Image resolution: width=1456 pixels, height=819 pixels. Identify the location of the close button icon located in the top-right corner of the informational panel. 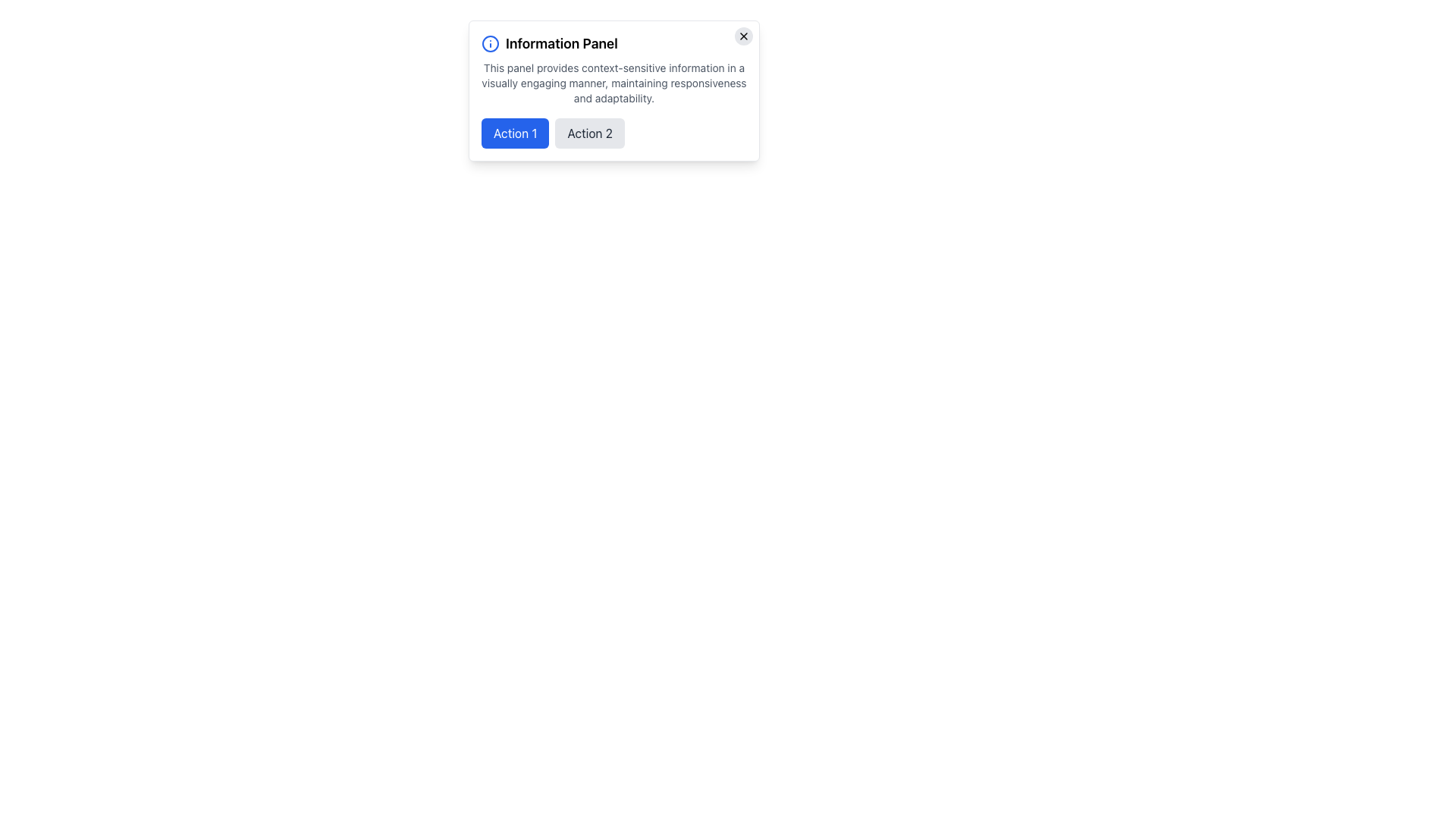
(743, 35).